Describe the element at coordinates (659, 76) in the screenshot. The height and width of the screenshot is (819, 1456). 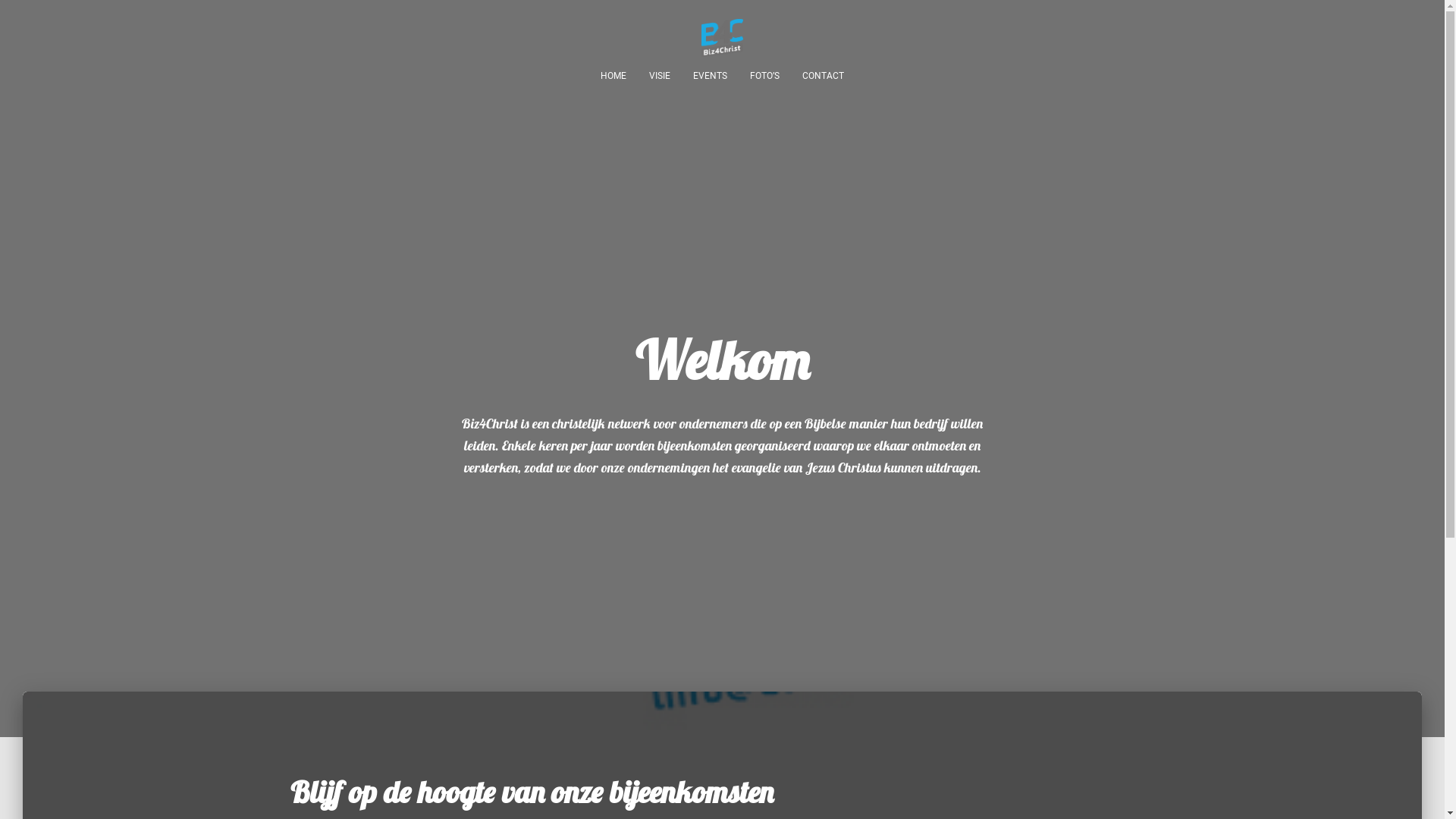
I see `'VISIE'` at that location.